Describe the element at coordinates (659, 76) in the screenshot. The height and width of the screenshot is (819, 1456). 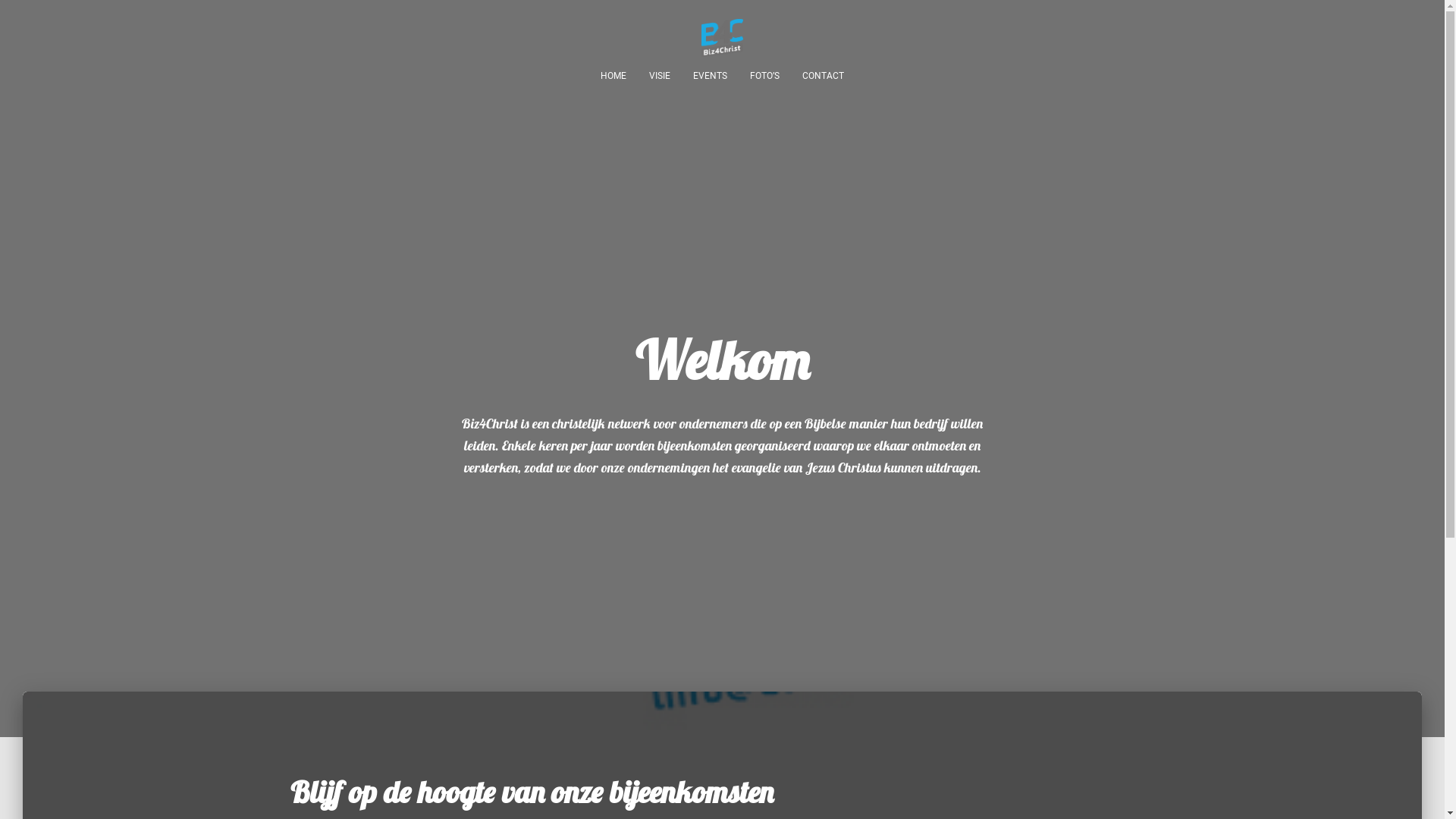
I see `'VISIE'` at that location.